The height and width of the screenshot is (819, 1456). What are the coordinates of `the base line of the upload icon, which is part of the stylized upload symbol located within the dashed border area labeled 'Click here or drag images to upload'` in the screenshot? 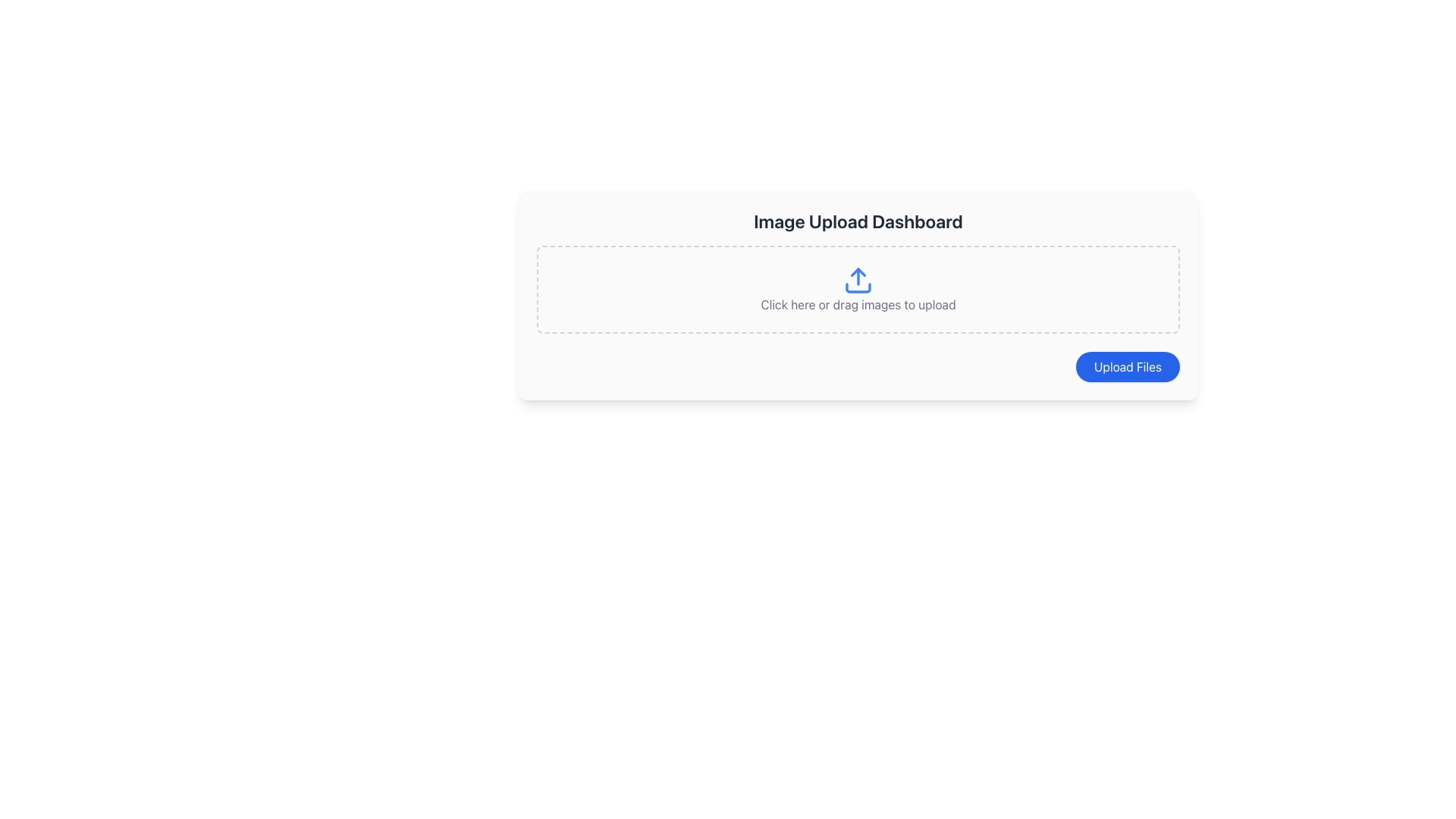 It's located at (858, 288).